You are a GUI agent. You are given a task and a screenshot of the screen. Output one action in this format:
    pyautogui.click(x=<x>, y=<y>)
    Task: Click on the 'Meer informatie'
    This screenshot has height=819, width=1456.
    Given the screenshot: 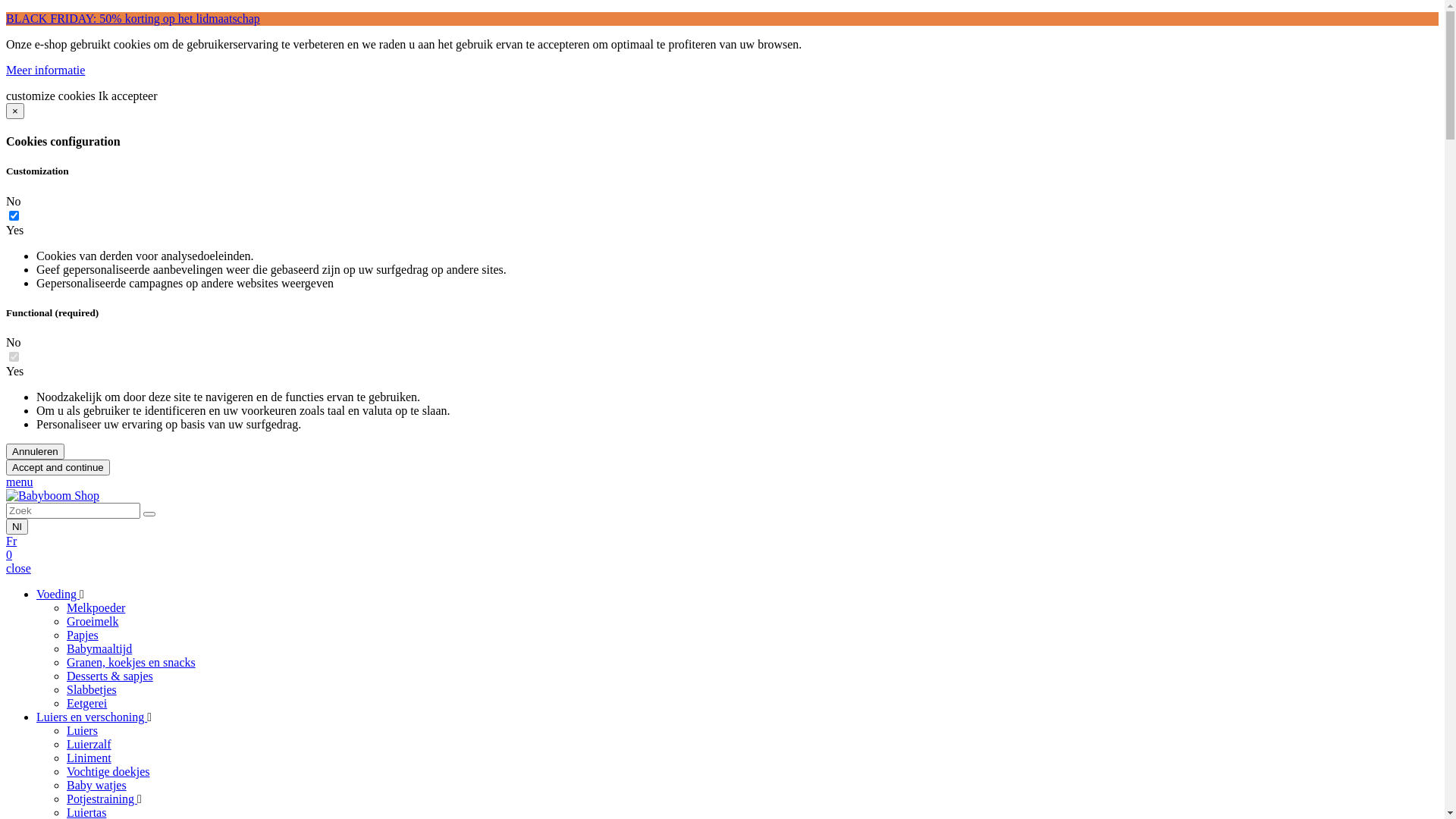 What is the action you would take?
    pyautogui.click(x=45, y=70)
    